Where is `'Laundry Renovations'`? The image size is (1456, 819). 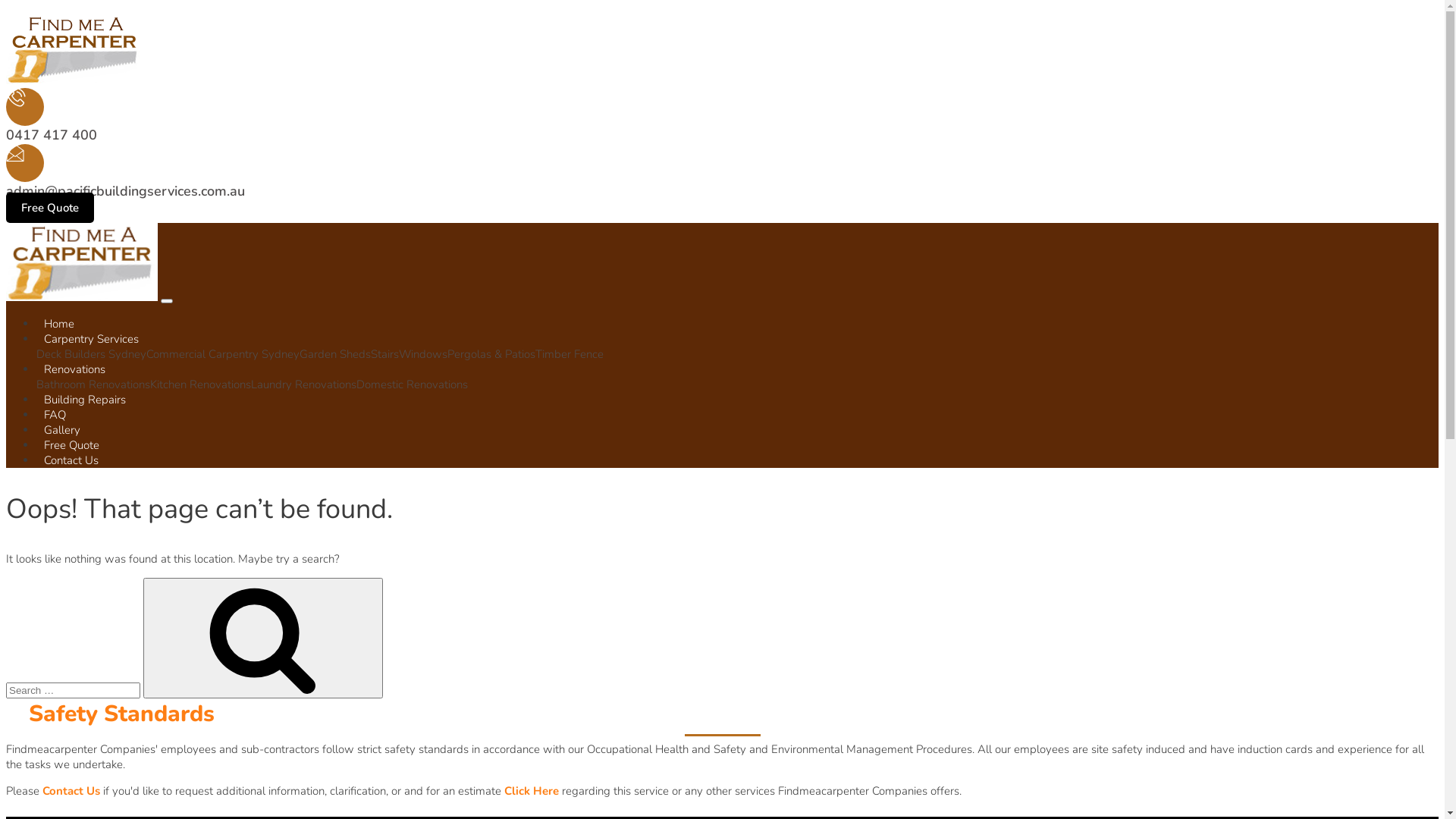 'Laundry Renovations' is located at coordinates (251, 383).